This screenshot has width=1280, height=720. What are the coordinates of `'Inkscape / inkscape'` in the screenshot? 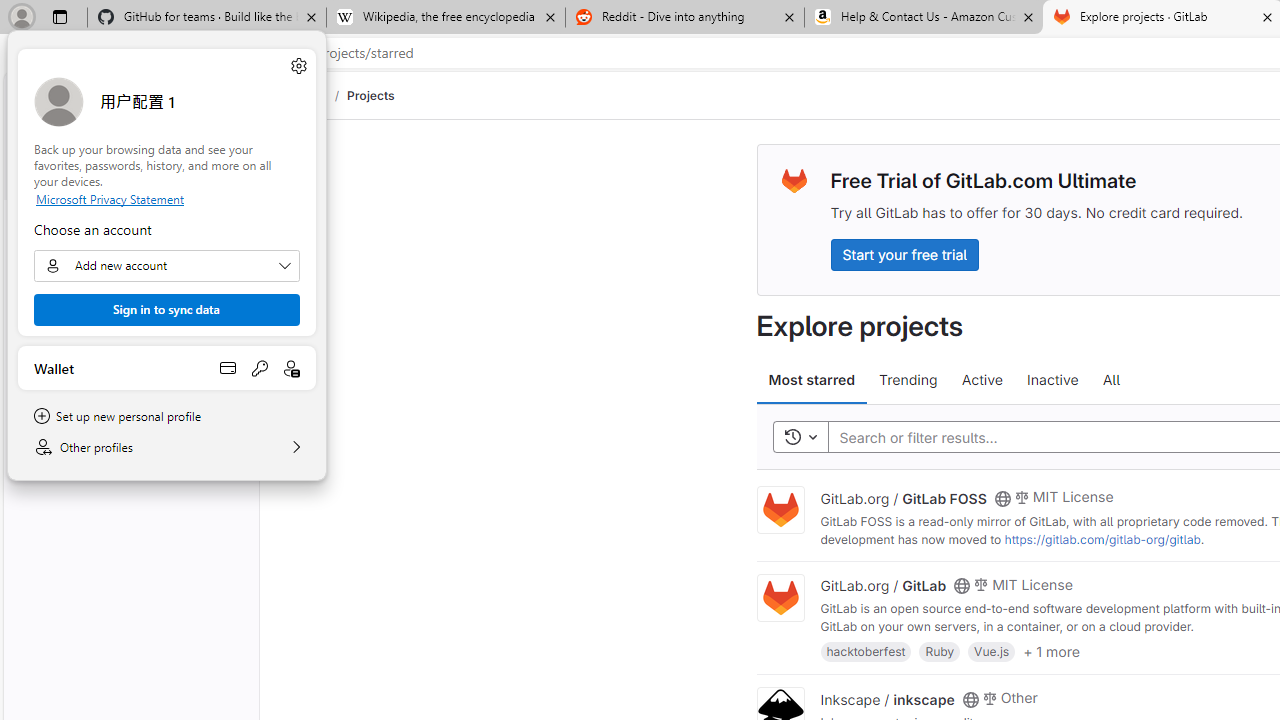 It's located at (886, 697).